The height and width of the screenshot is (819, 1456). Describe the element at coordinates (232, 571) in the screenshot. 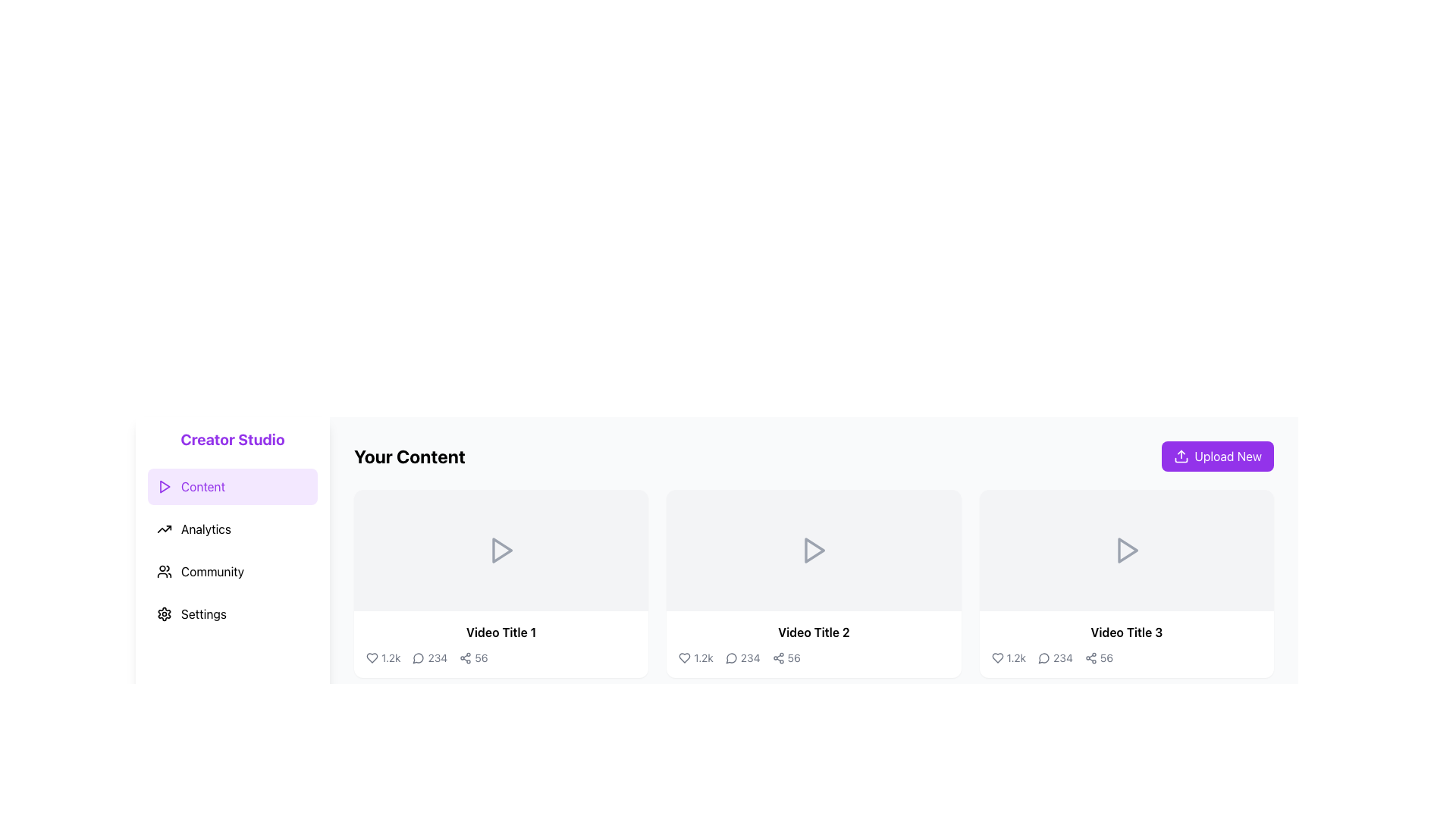

I see `the 'Community' navigation button, which is the third item in the vertical menu on the left side of the interface` at that location.